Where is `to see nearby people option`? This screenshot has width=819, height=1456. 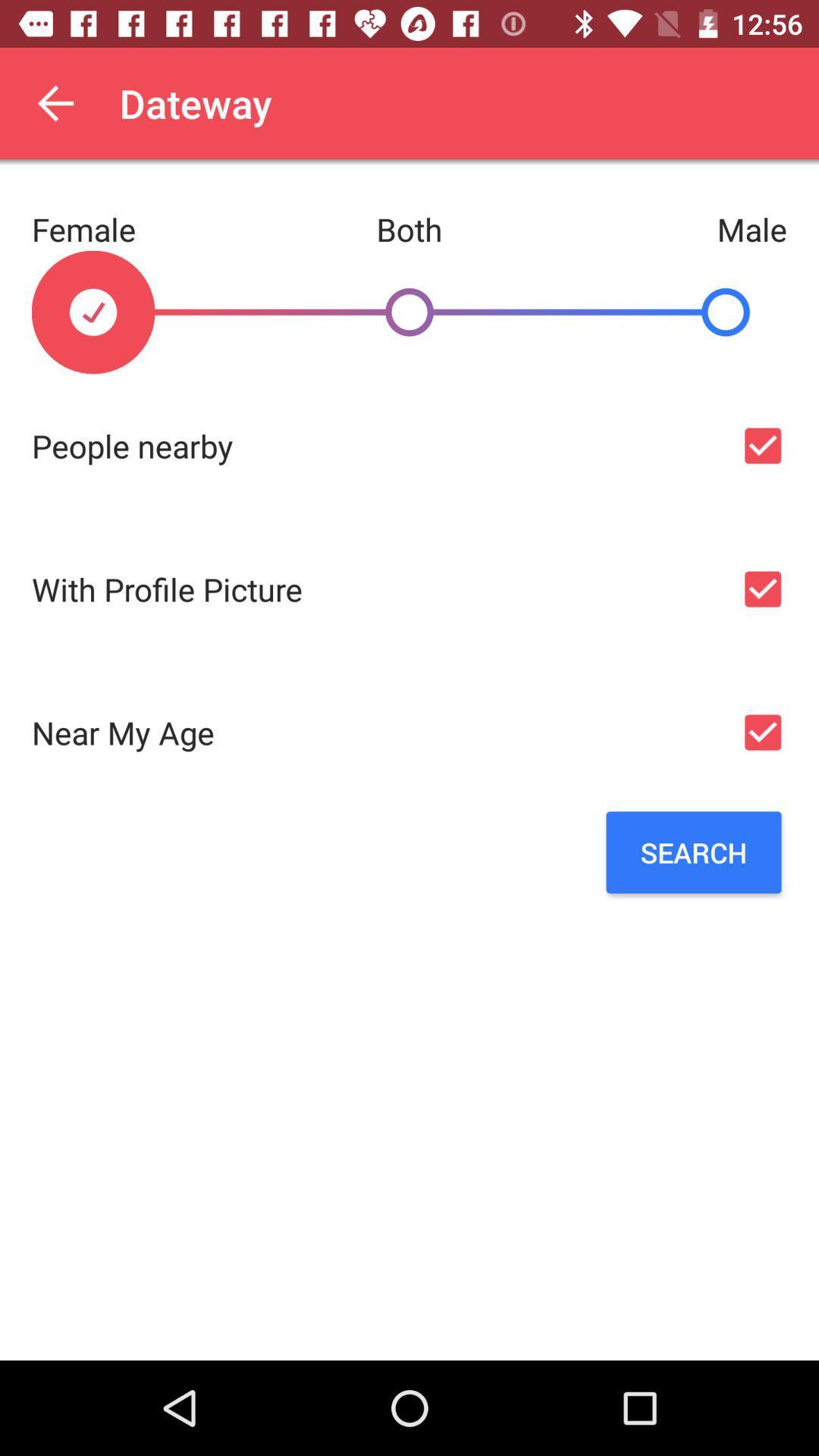
to see nearby people option is located at coordinates (762, 445).